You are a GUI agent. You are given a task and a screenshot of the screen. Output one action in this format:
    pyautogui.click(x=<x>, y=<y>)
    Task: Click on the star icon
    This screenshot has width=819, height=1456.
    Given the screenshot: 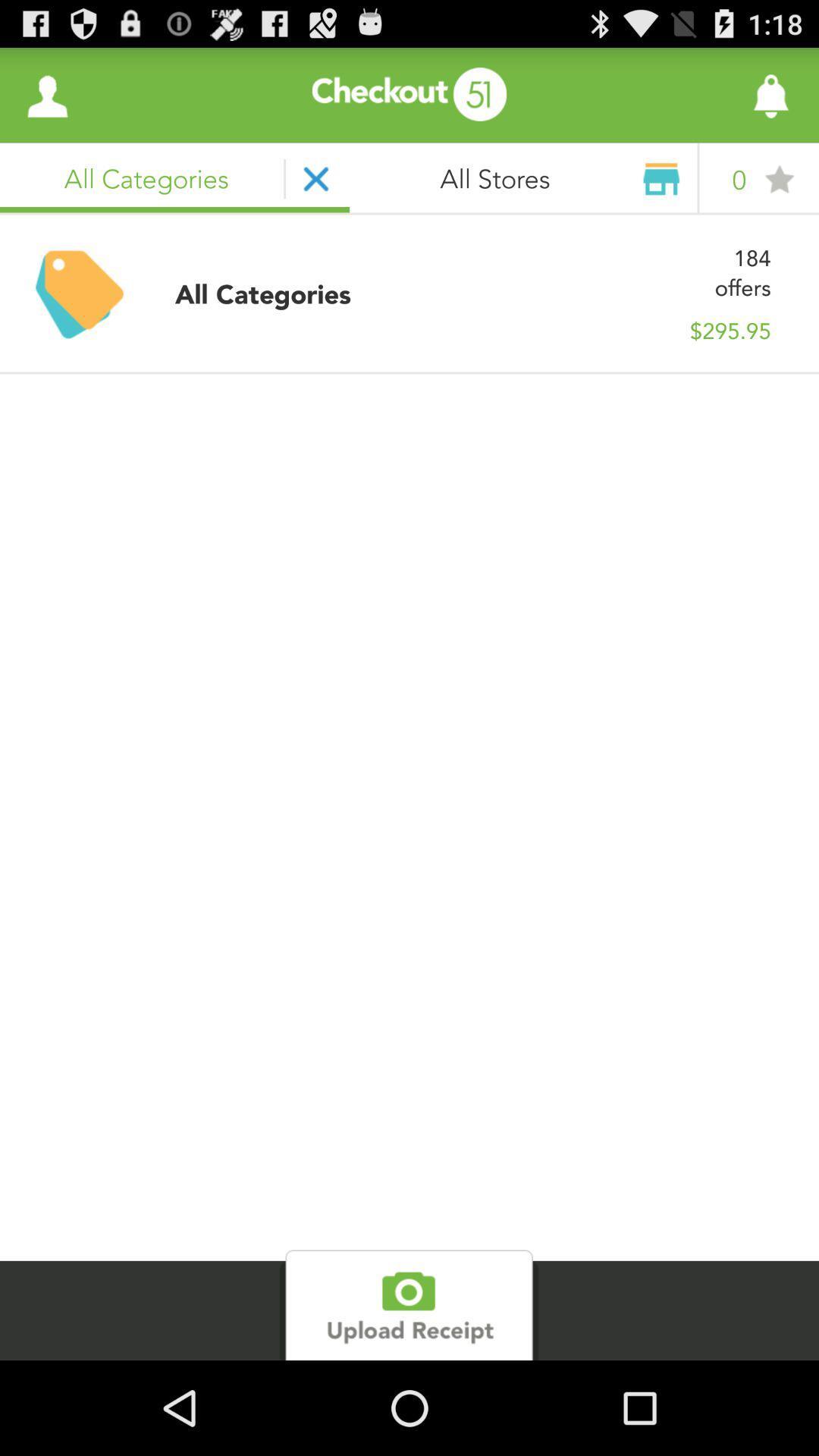 What is the action you would take?
    pyautogui.click(x=779, y=179)
    